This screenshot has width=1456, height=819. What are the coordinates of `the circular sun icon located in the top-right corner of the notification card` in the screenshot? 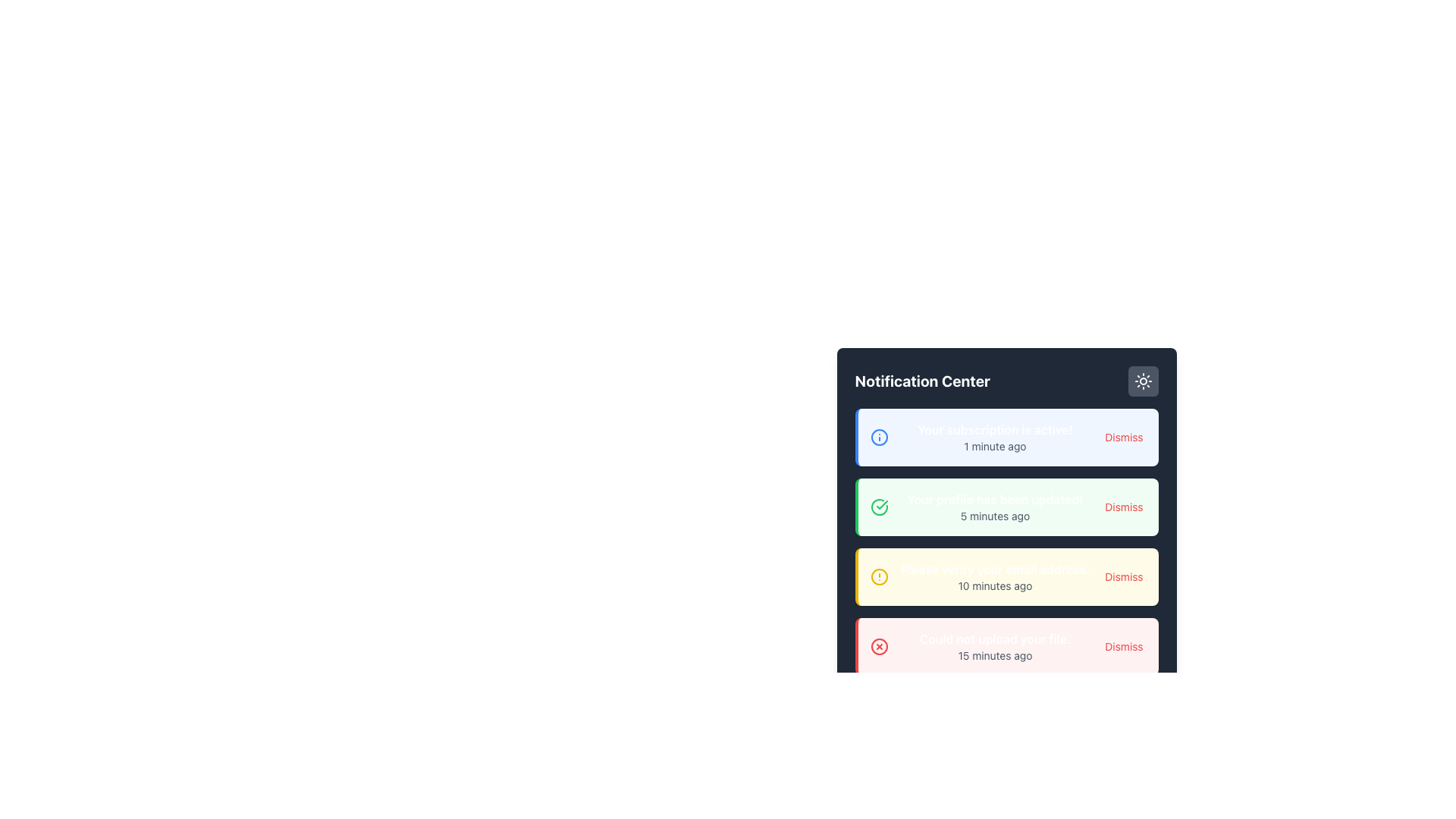 It's located at (1143, 380).